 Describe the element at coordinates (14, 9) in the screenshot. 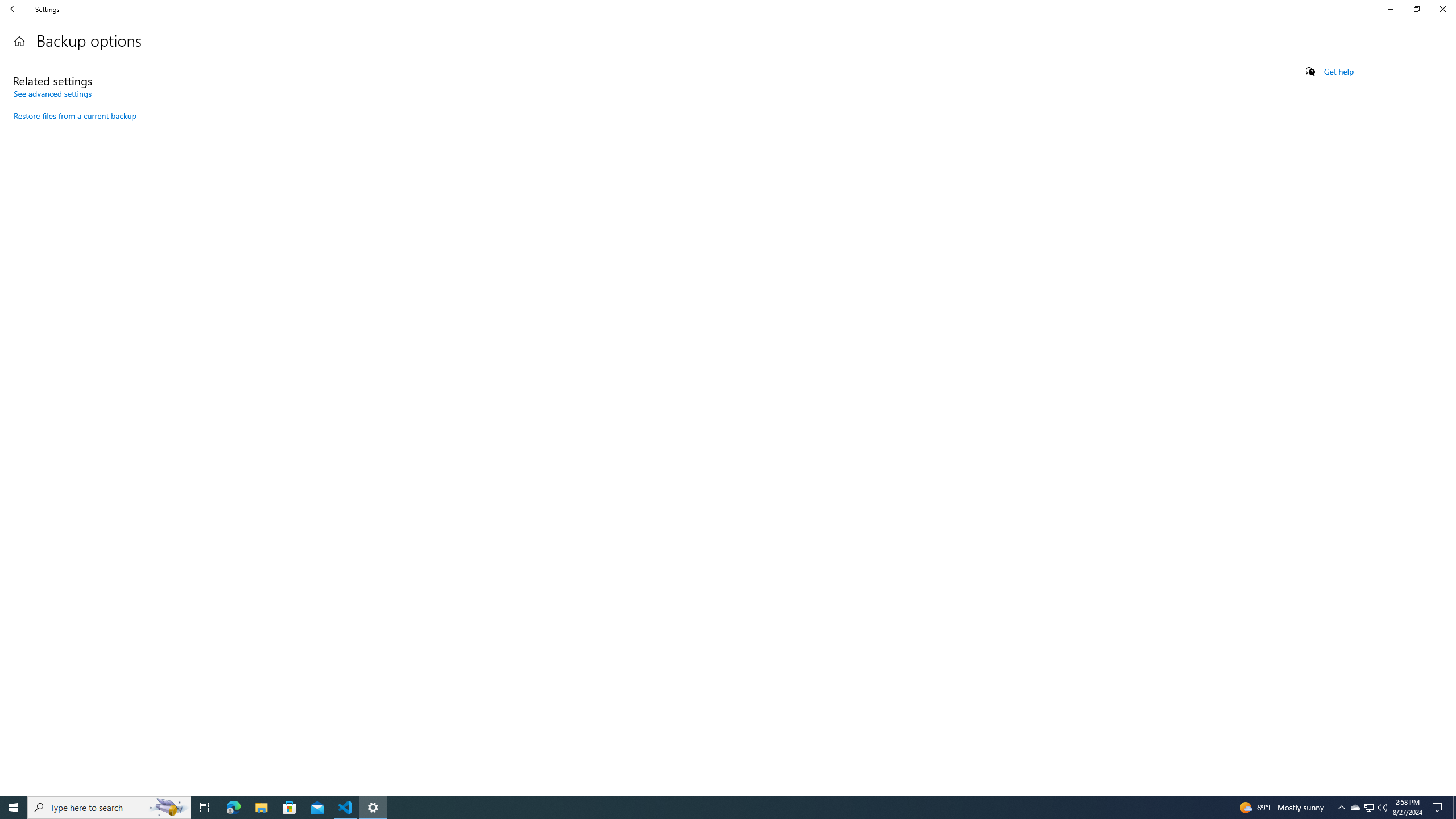

I see `'Back'` at that location.